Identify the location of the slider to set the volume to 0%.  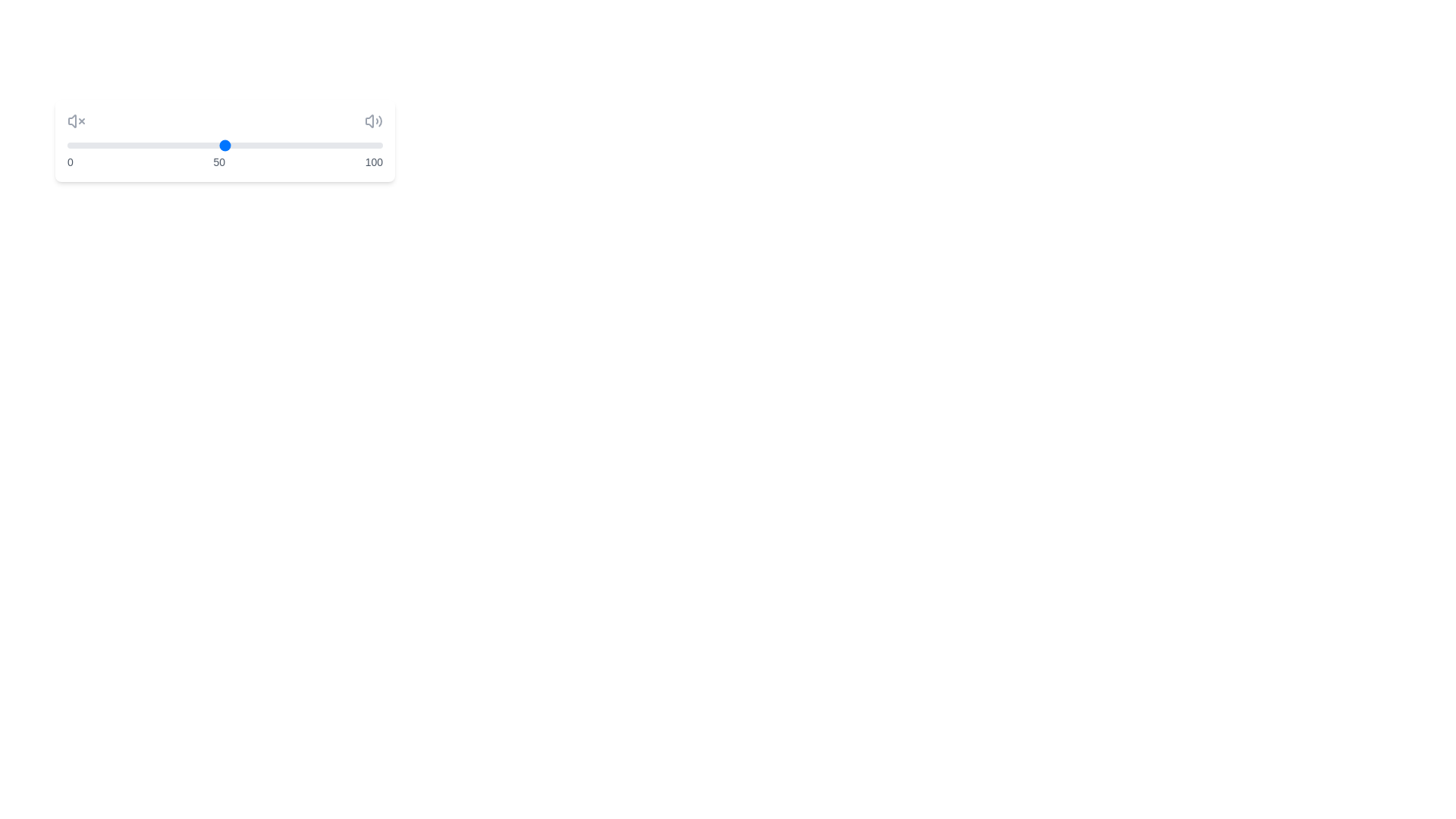
(67, 146).